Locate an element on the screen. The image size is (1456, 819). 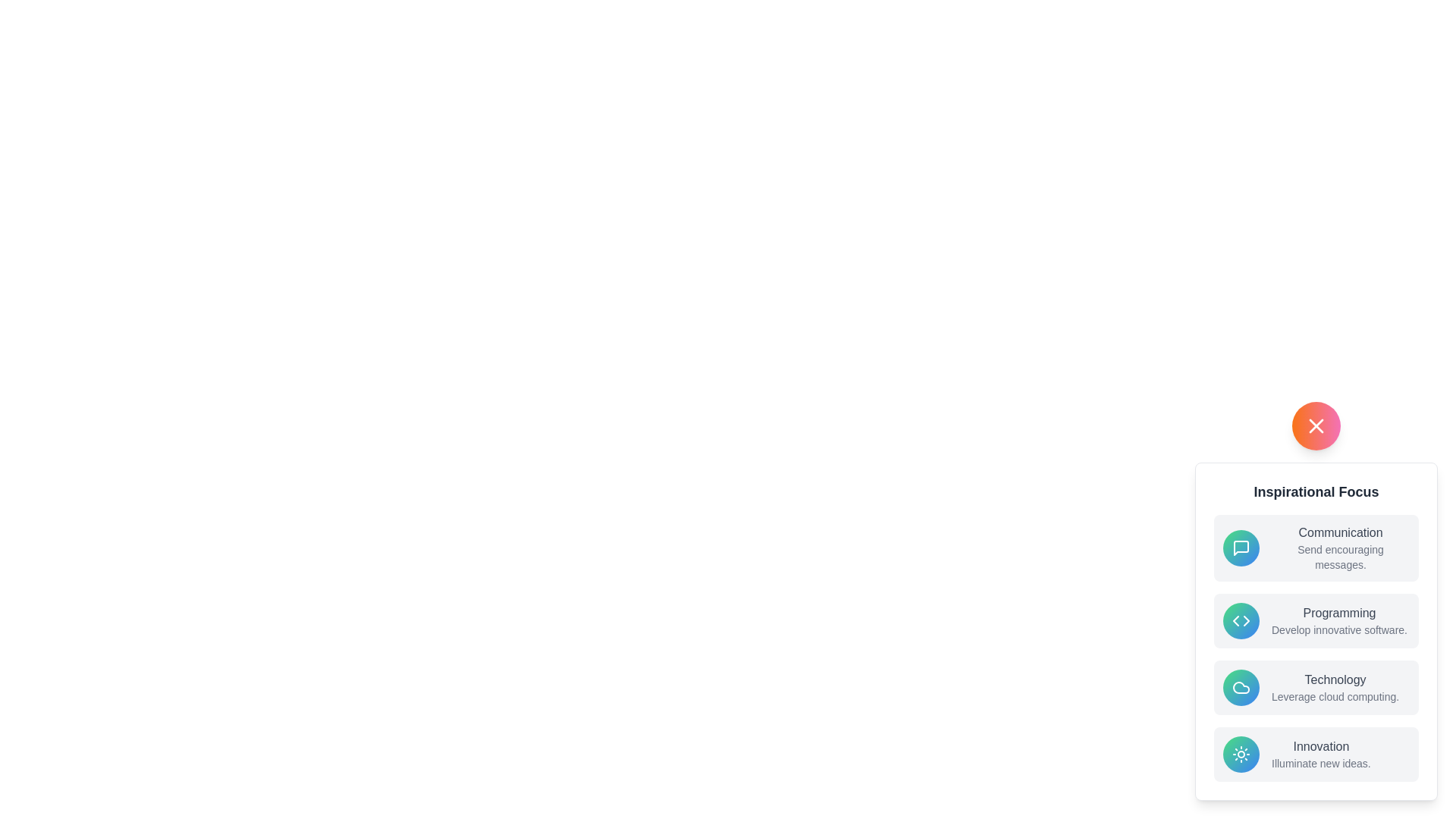
the menu option Innovation is located at coordinates (1316, 755).